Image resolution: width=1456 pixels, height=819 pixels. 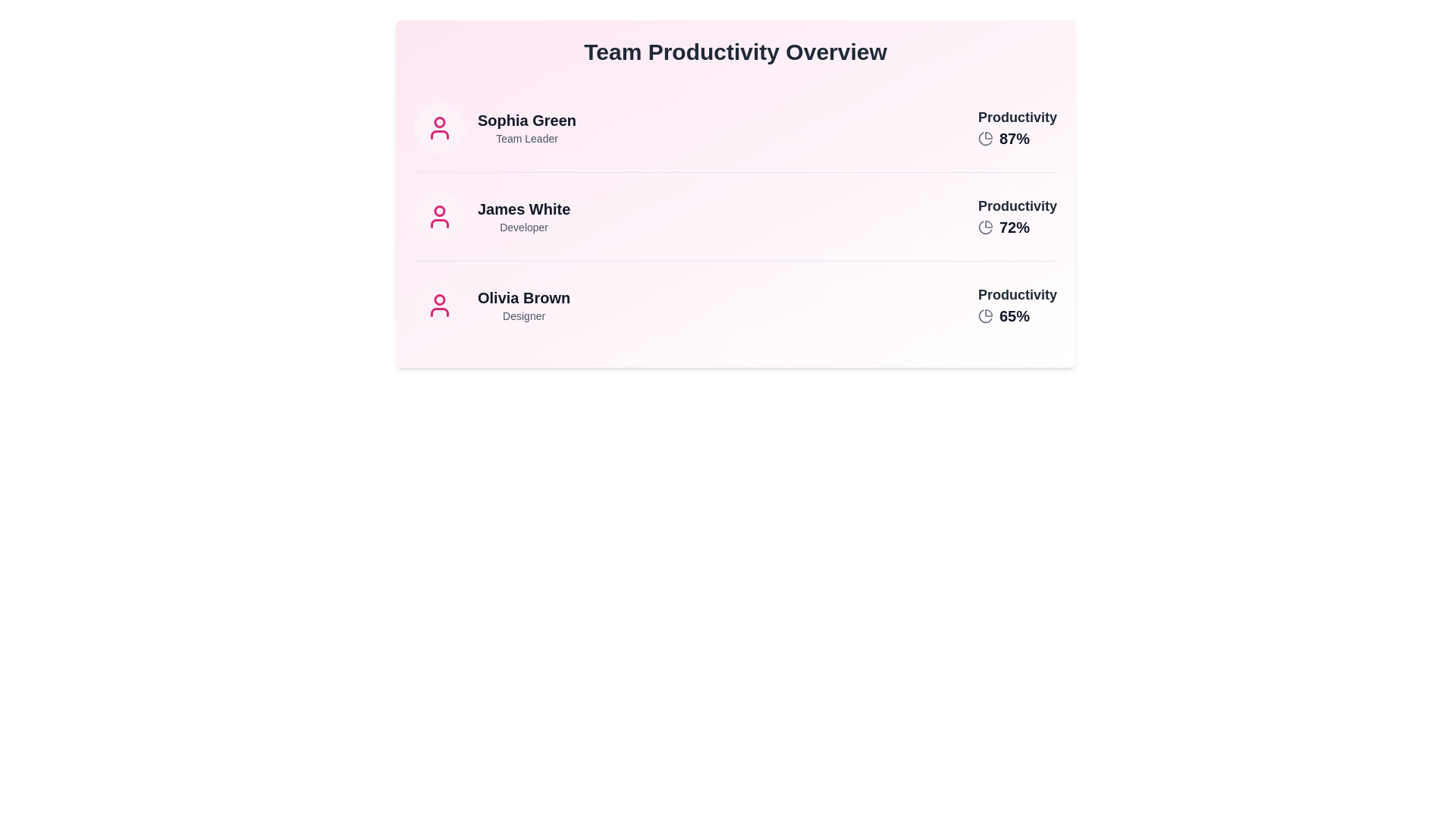 What do you see at coordinates (524, 305) in the screenshot?
I see `the text display element that shows 'Olivia Brown' and 'Designer' in the 'Team Productivity Overview' section, specifically the third row of people profiles` at bounding box center [524, 305].